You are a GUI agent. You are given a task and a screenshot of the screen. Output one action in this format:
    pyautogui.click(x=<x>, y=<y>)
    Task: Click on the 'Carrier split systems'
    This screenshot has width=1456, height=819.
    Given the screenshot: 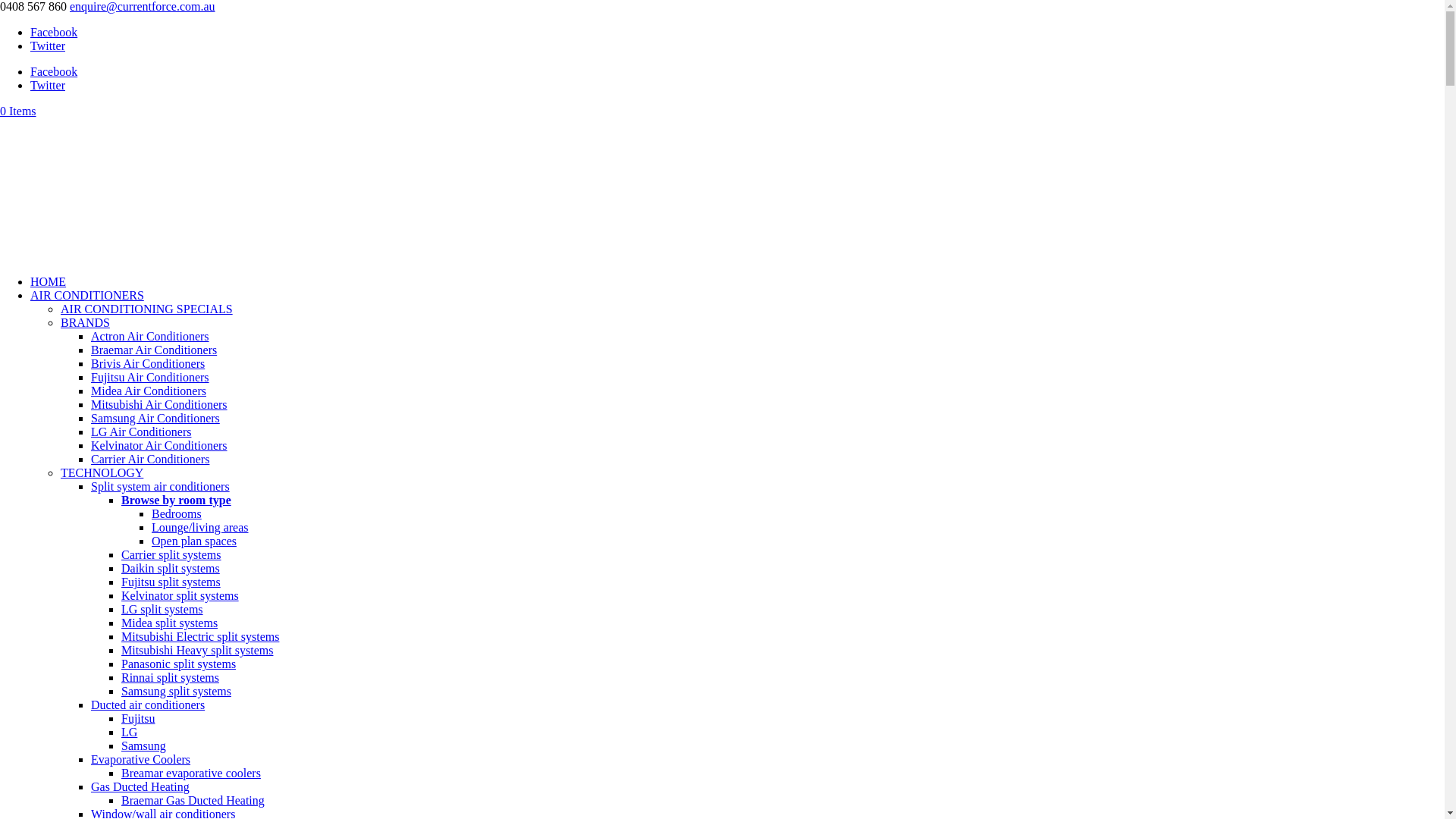 What is the action you would take?
    pyautogui.click(x=171, y=554)
    